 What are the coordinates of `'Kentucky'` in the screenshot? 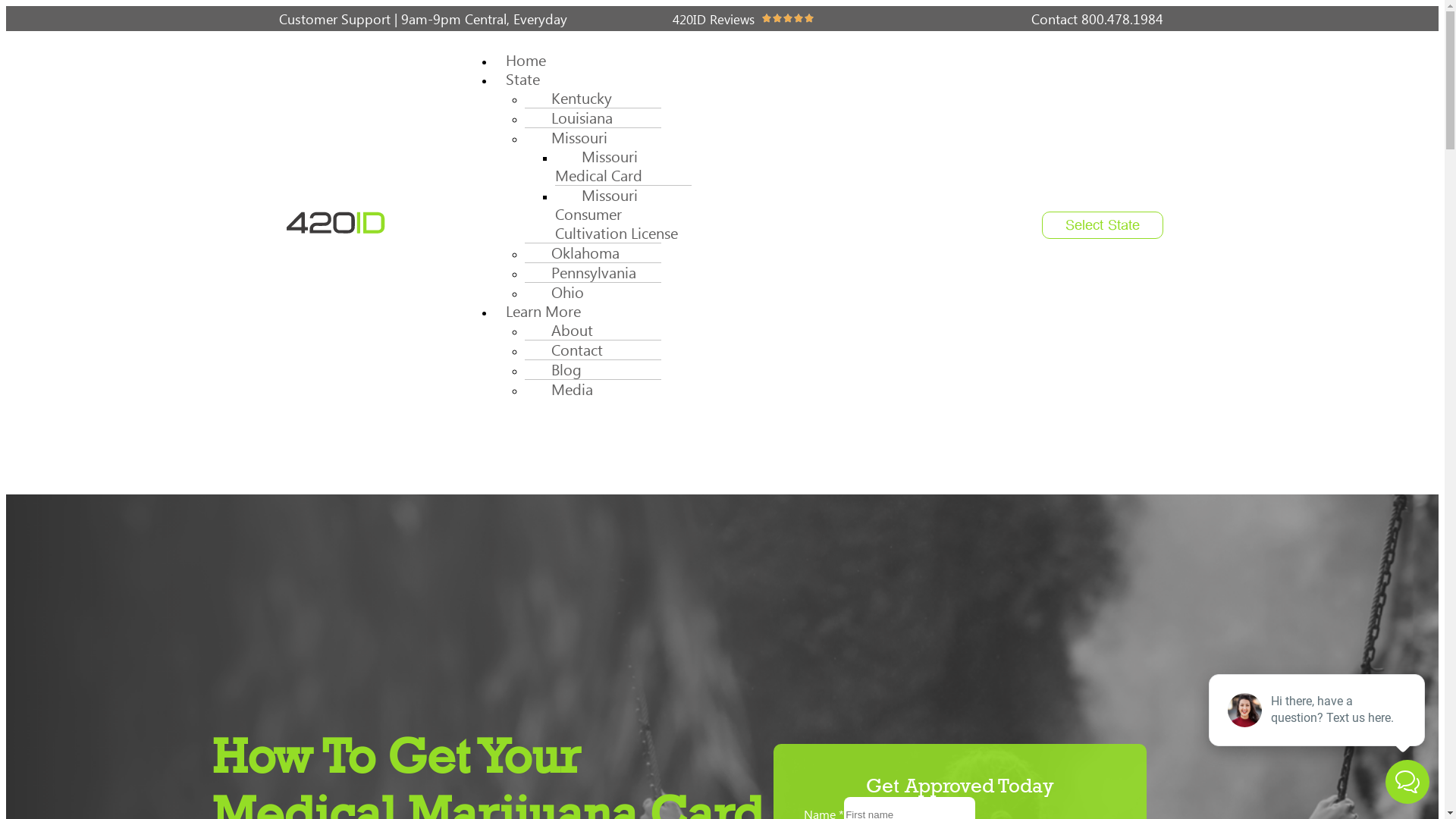 It's located at (573, 98).